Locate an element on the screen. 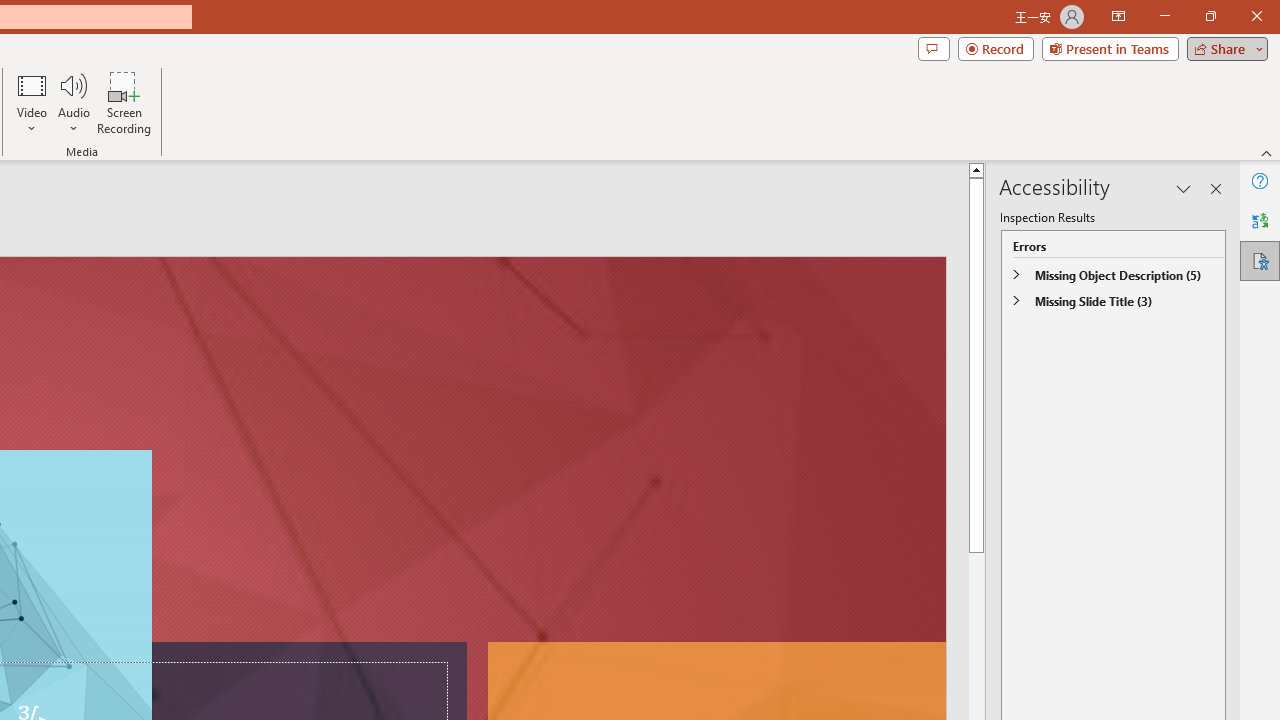 This screenshot has width=1280, height=720. 'Ribbon Display Options' is located at coordinates (1117, 16).